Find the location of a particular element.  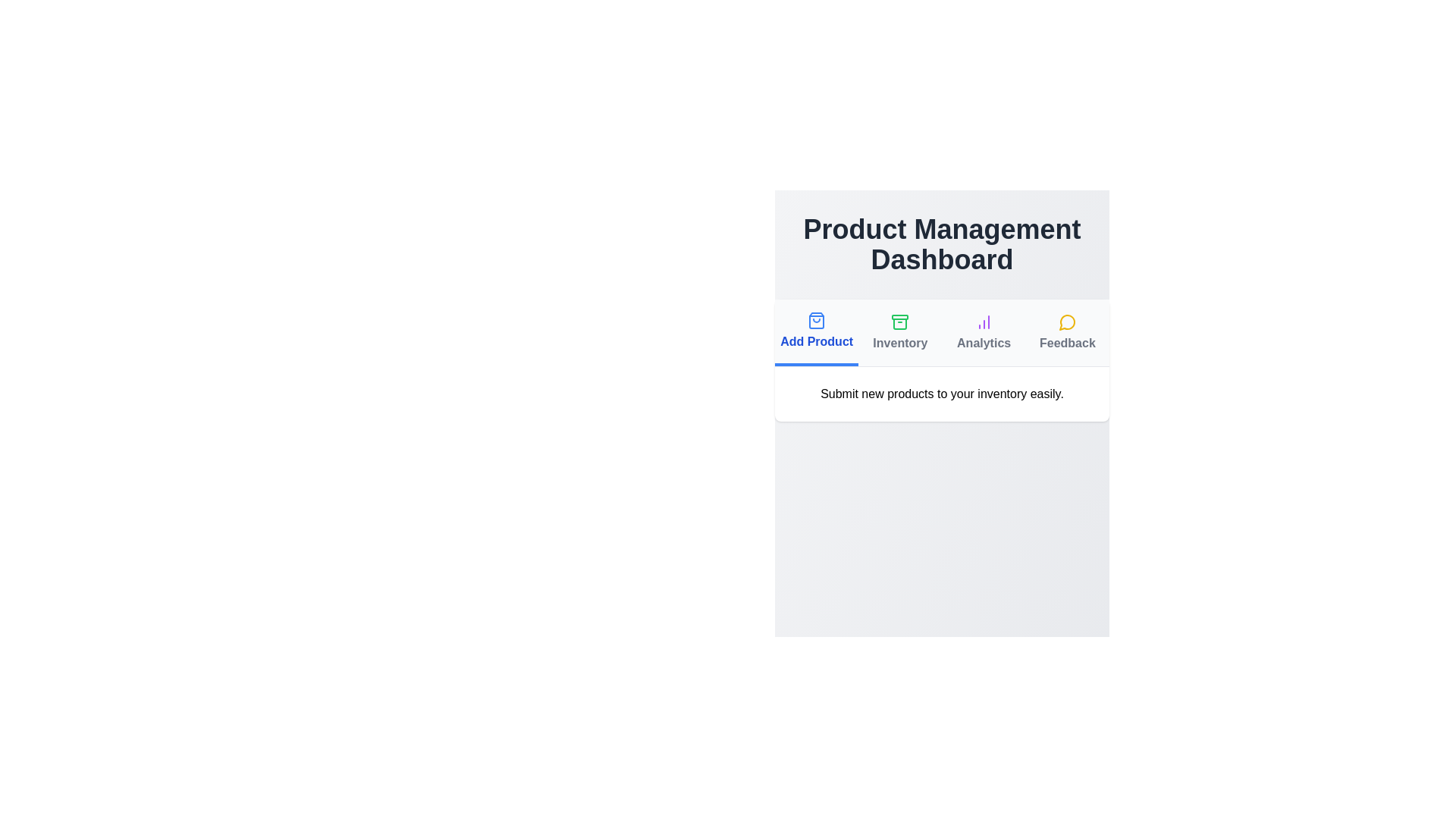

the green outlined rectangular icon depicting an archive box labeled 'Inventory' located in the second position of the horizontal navigation bar under 'Product Management Dashboard' is located at coordinates (900, 321).